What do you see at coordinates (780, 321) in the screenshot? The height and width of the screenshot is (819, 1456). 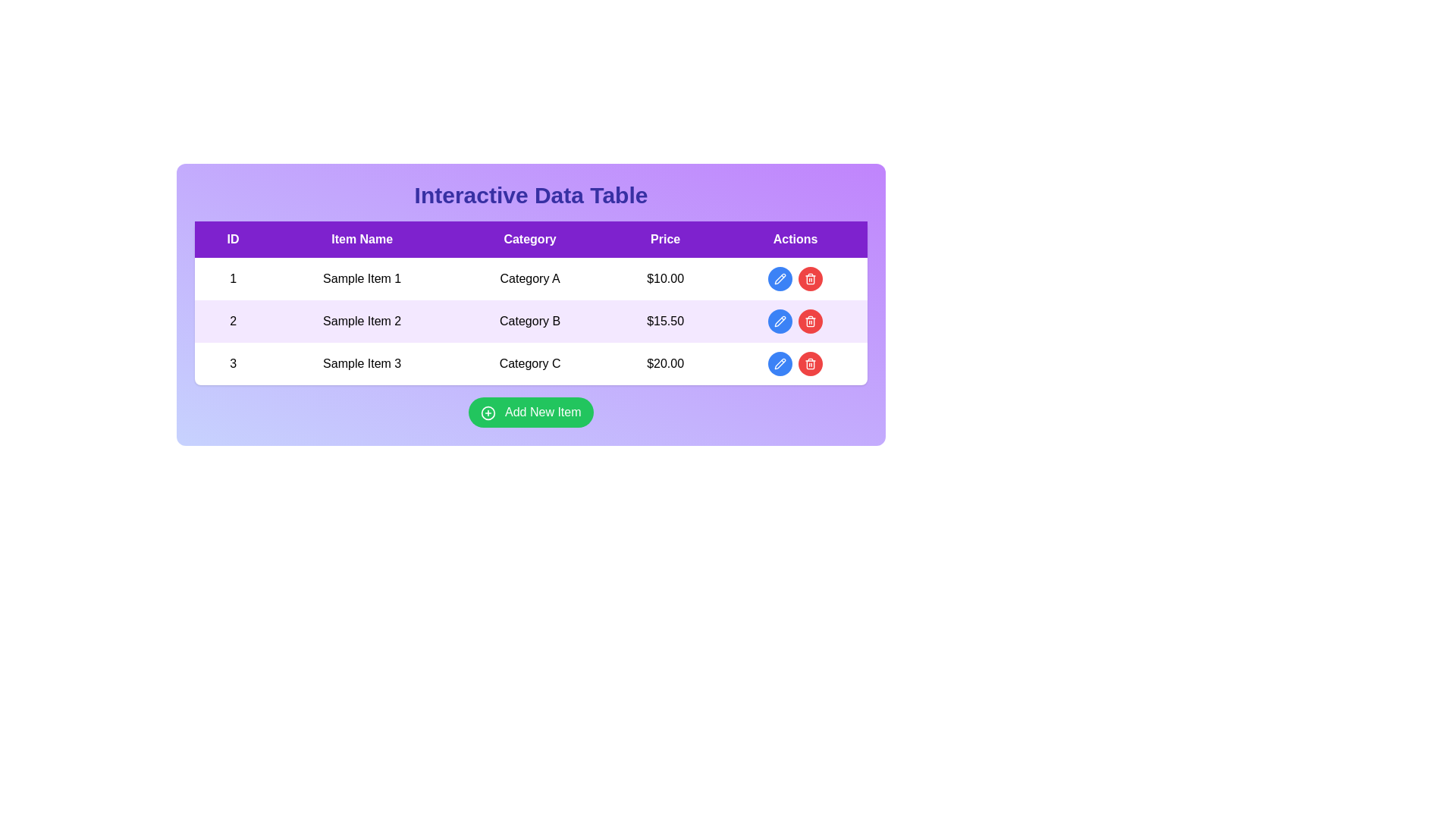 I see `the pencil icon representing the edit functionality in the Actions column of the second row in the interactive data table` at bounding box center [780, 321].